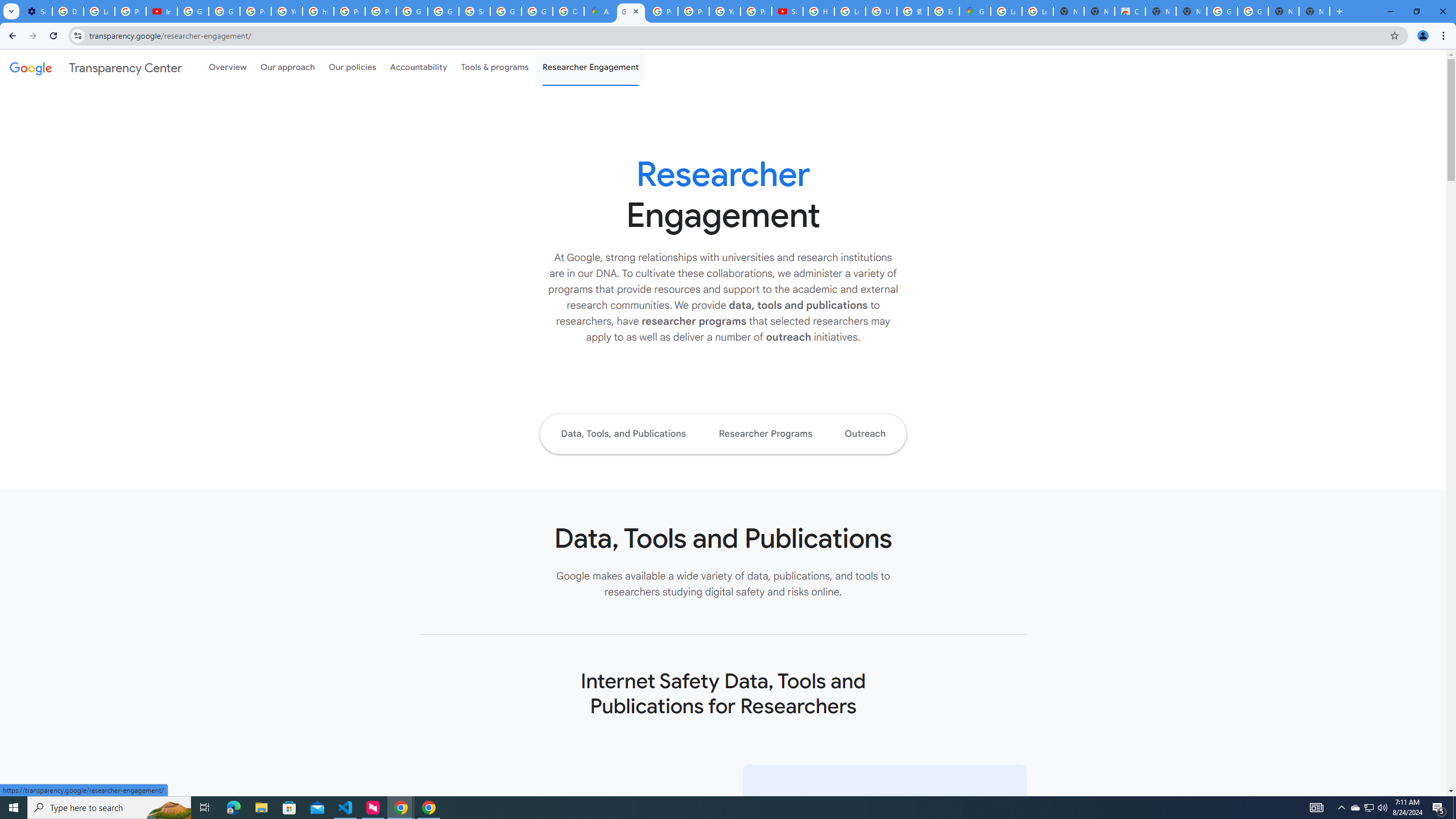 The height and width of the screenshot is (819, 1456). Describe the element at coordinates (622, 433) in the screenshot. I see `'Data, Tools, and Publications'` at that location.